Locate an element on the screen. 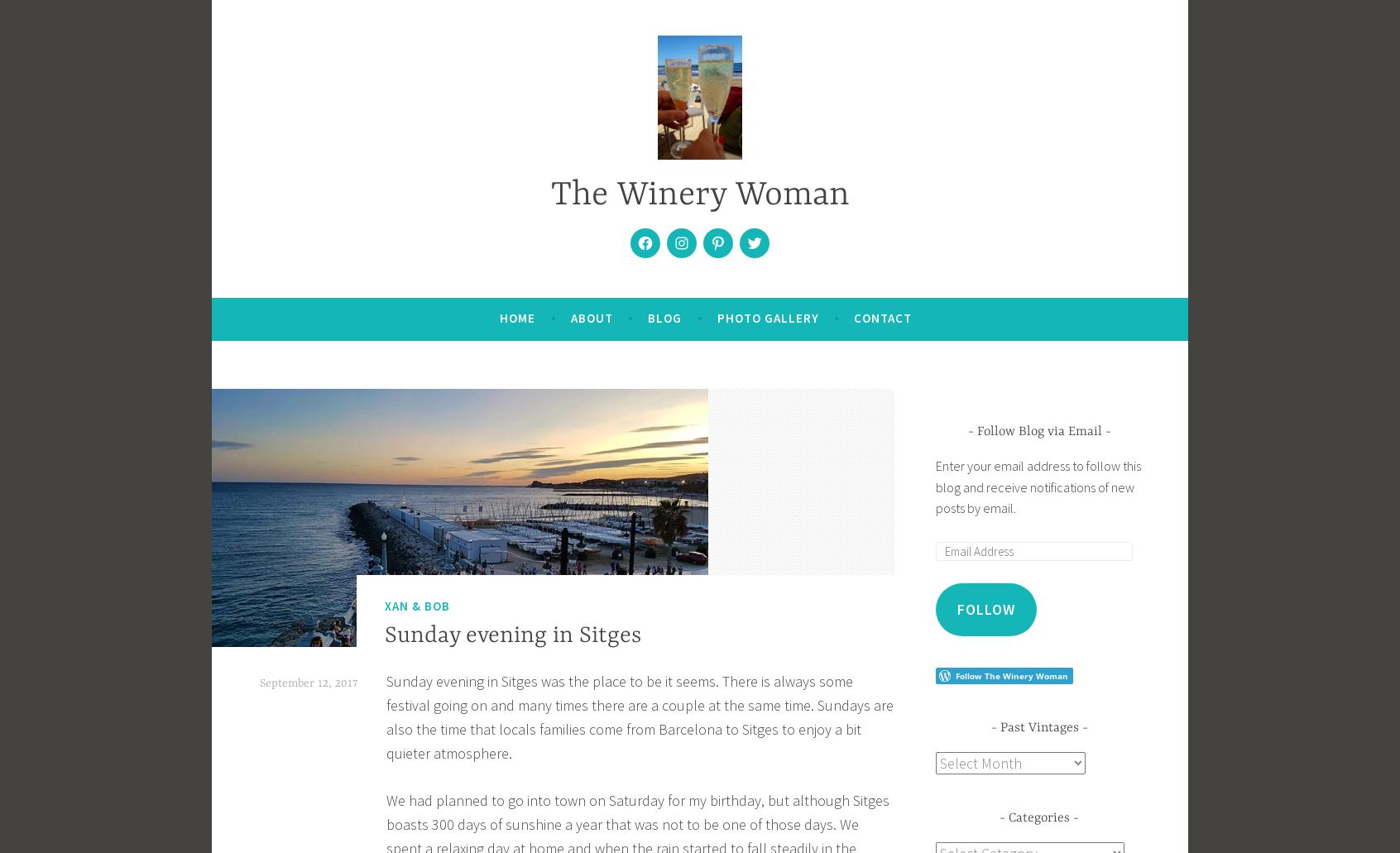 This screenshot has width=1400, height=853. 'Photo Gallery' is located at coordinates (767, 316).